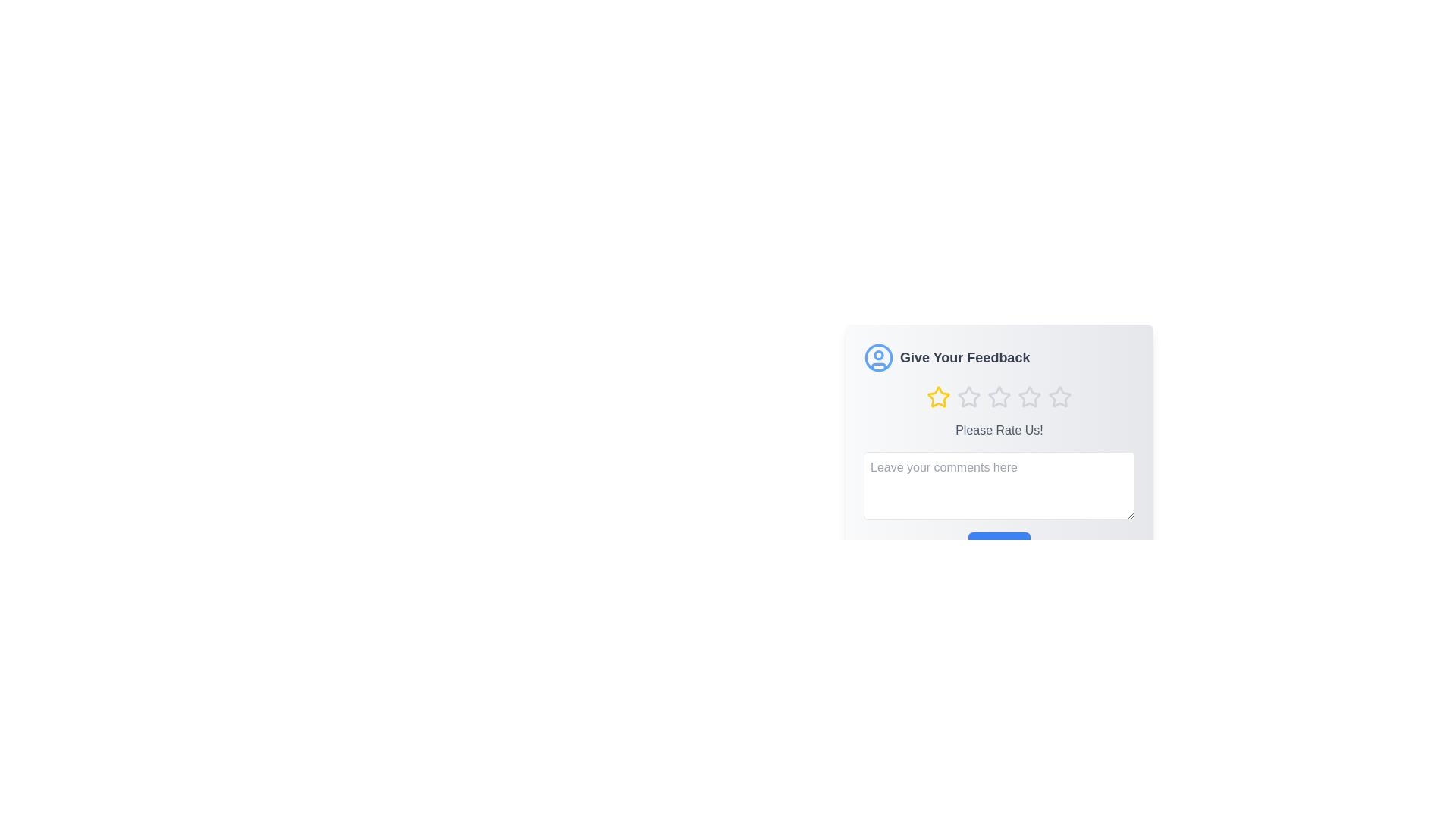 The width and height of the screenshot is (1456, 819). I want to click on the text label that says 'Give Your Feedback', which is styled with a large bold font and positioned above star rating icons and a text input area, so click(964, 357).